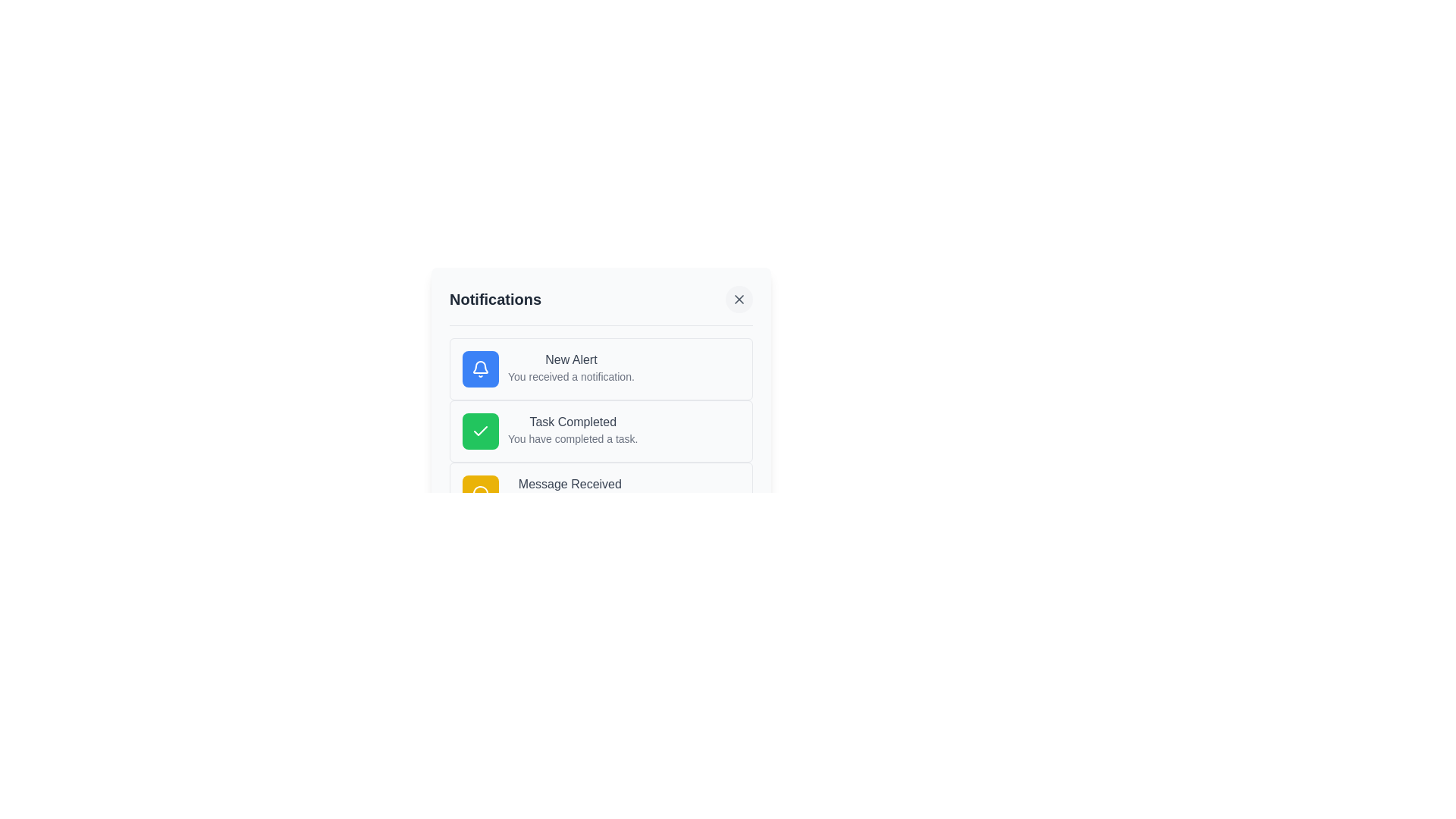 This screenshot has height=819, width=1456. I want to click on the textual notification item that displays 'Message Received' and 'You have a new message.', so click(569, 491).